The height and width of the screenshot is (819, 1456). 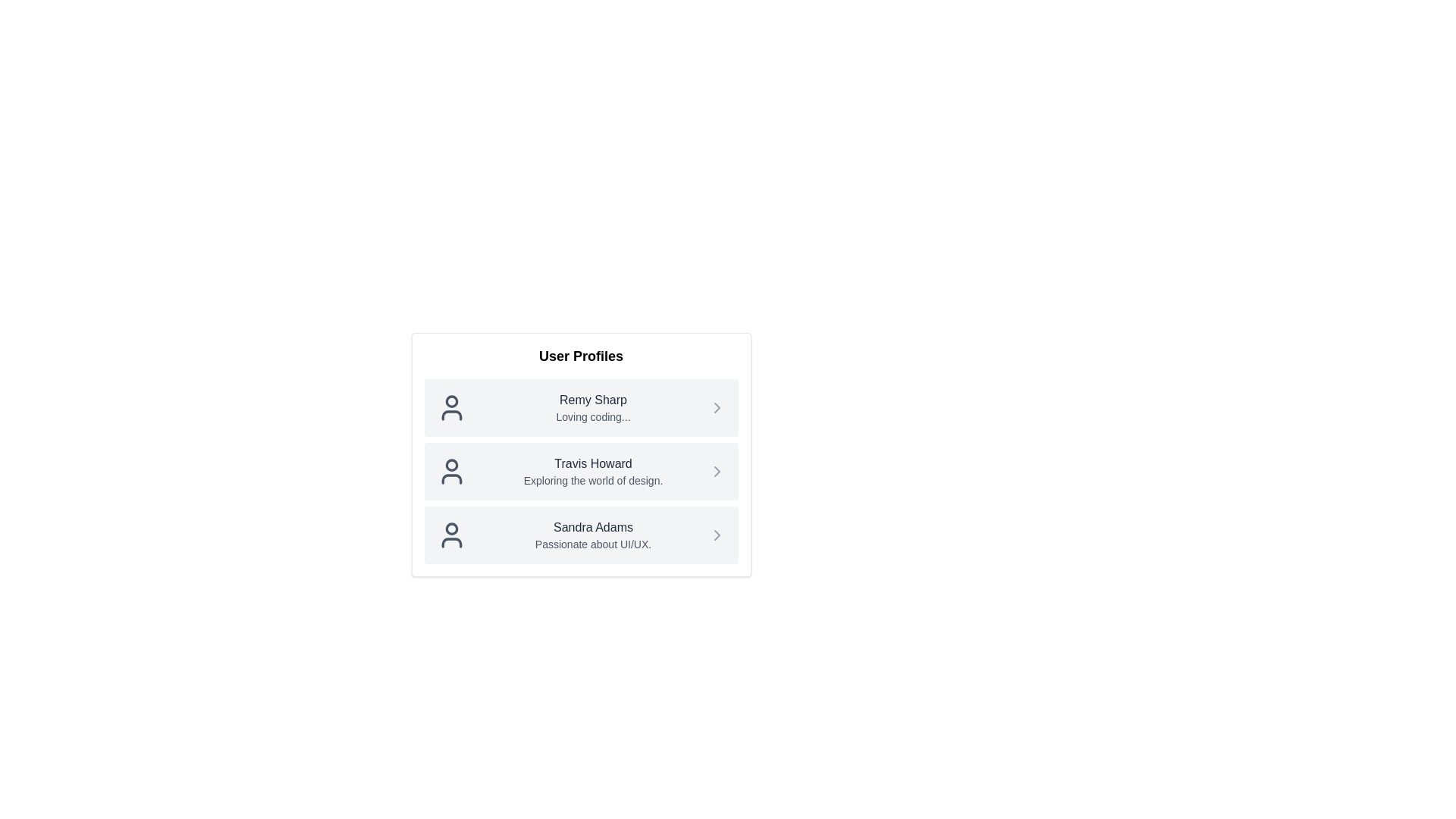 What do you see at coordinates (450, 479) in the screenshot?
I see `the curved line forming the bottom part of the user icon for the user profile entry of 'Travis Howard' located on the left side of the text` at bounding box center [450, 479].